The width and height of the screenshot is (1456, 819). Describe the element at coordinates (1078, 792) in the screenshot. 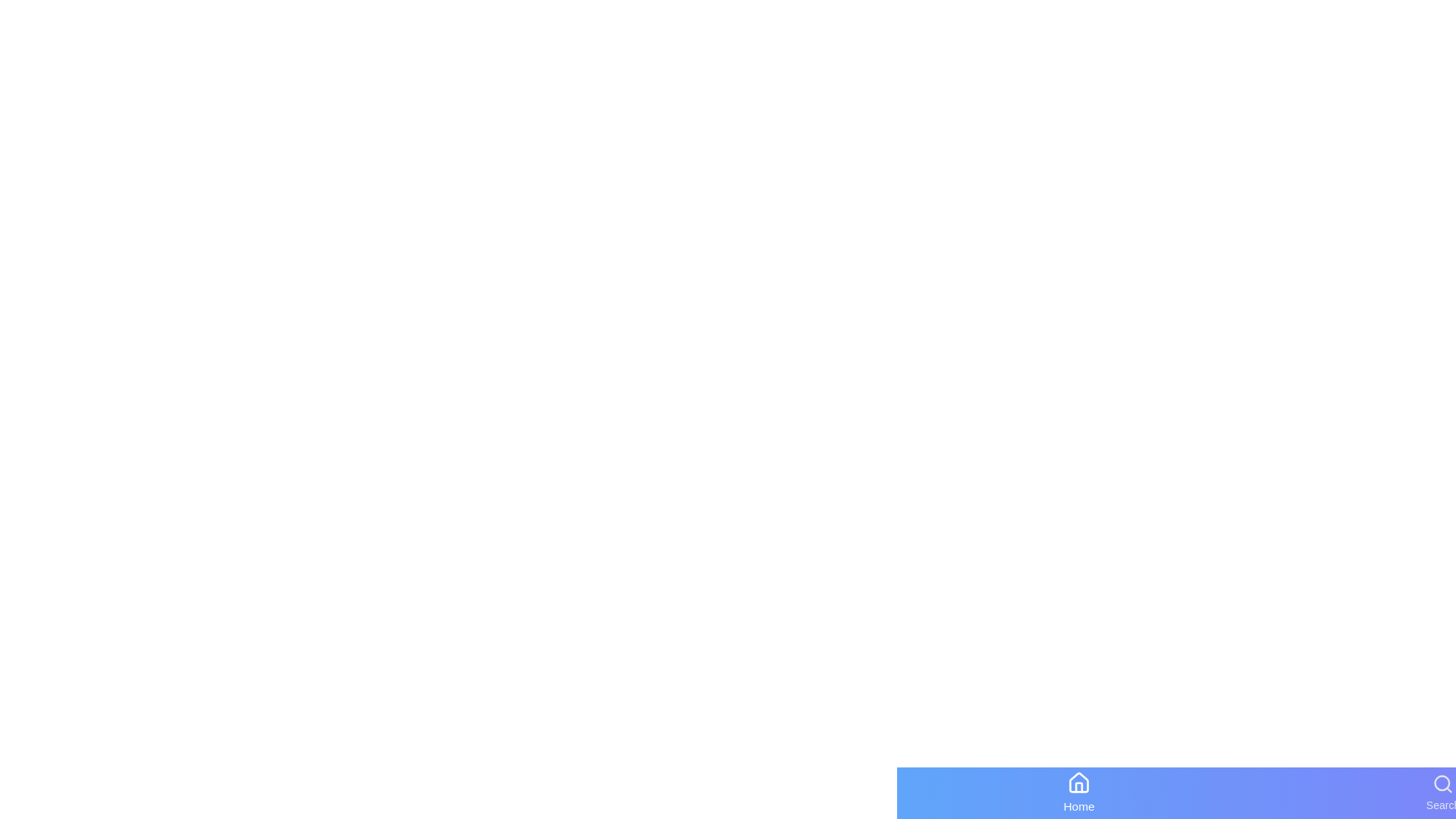

I see `the navigation item Home by clicking on it` at that location.